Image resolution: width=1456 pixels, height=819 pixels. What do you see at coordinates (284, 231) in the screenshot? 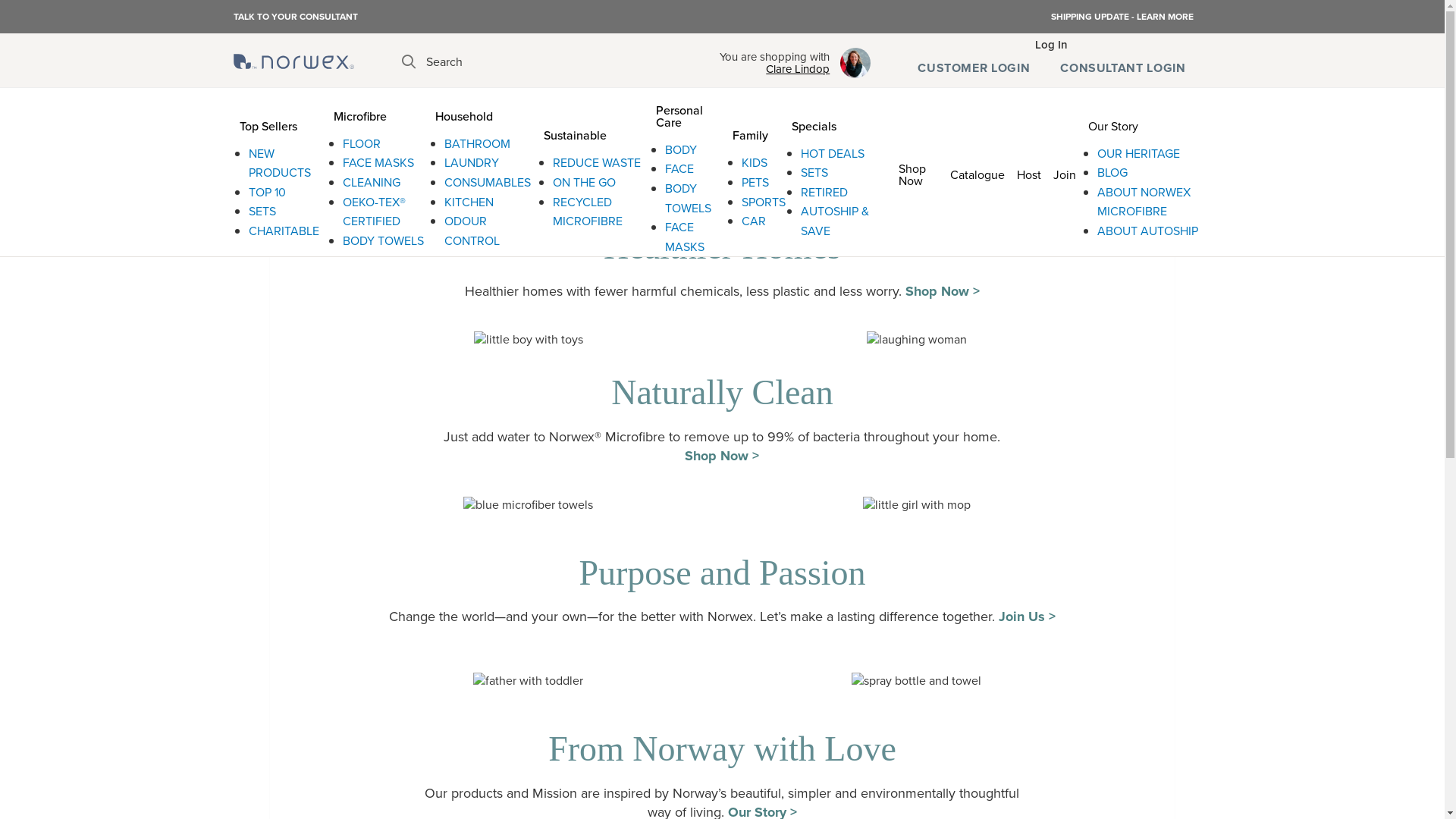
I see `'CHARITABLE'` at bounding box center [284, 231].